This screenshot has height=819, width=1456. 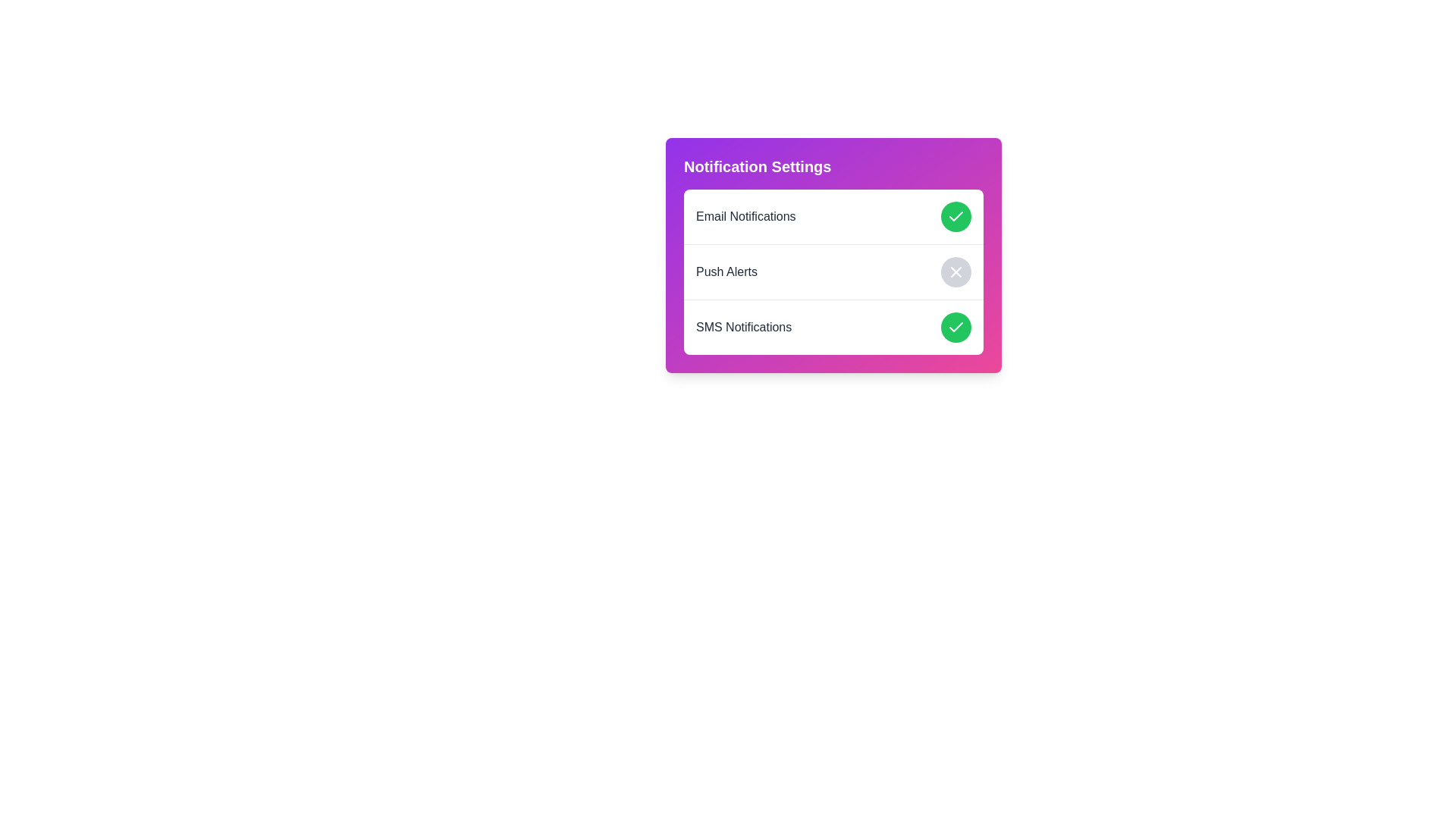 I want to click on the button to the right of 'Push Alerts' in the notification settings panel, so click(x=955, y=271).